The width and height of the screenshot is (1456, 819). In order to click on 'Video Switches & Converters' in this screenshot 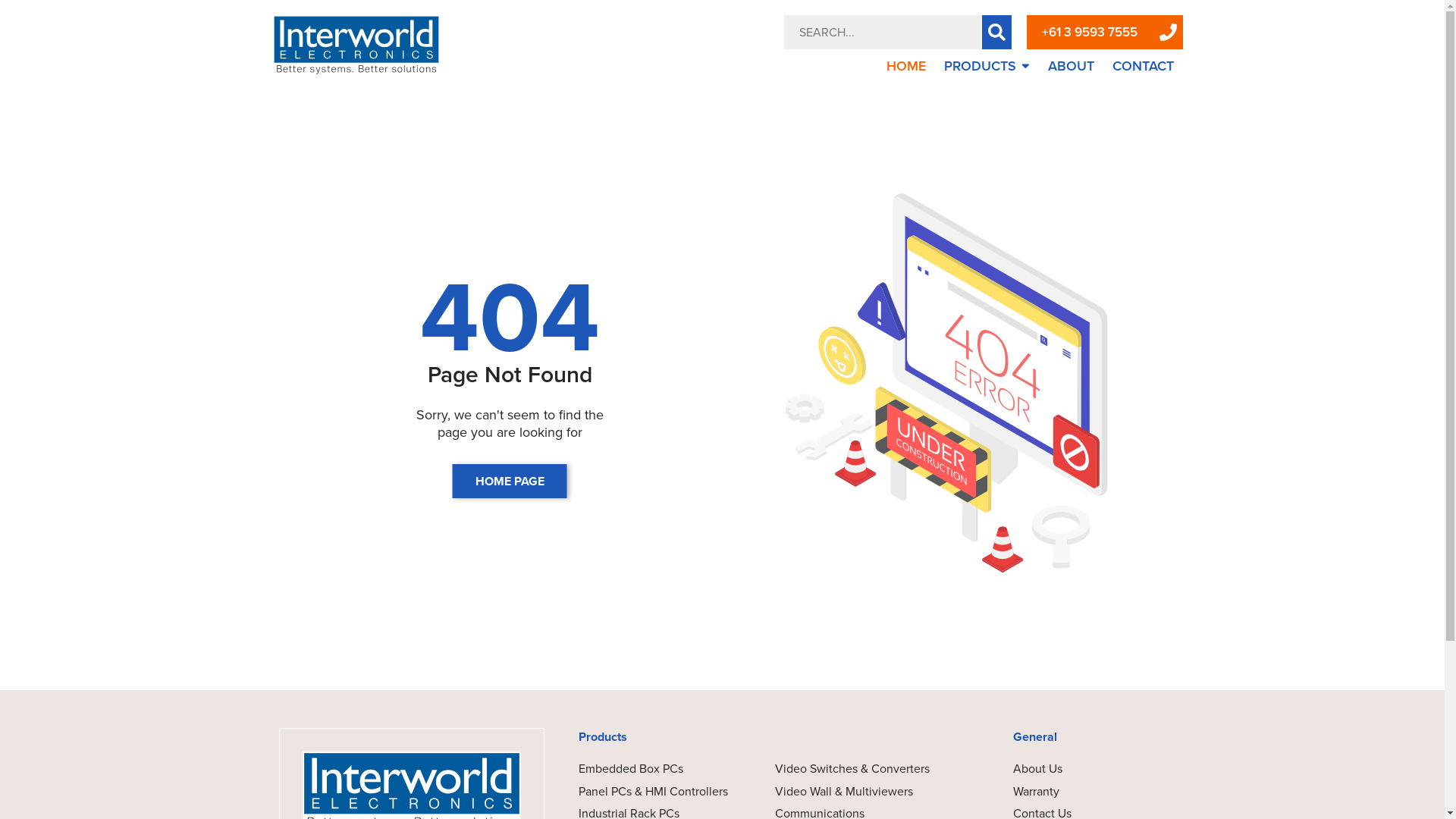, I will do `click(852, 769)`.